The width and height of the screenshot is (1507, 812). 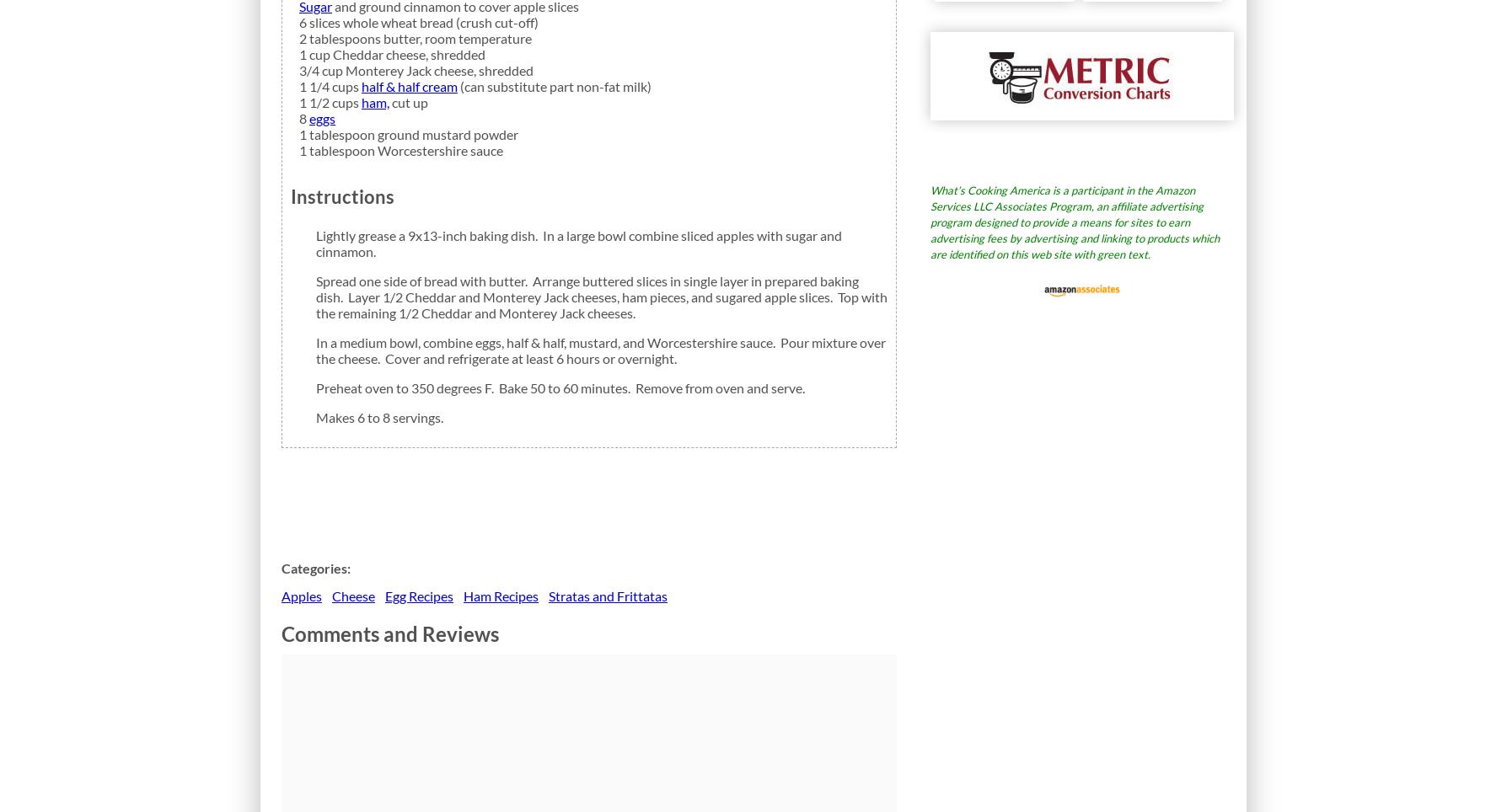 What do you see at coordinates (389, 633) in the screenshot?
I see `'Comments and Reviews'` at bounding box center [389, 633].